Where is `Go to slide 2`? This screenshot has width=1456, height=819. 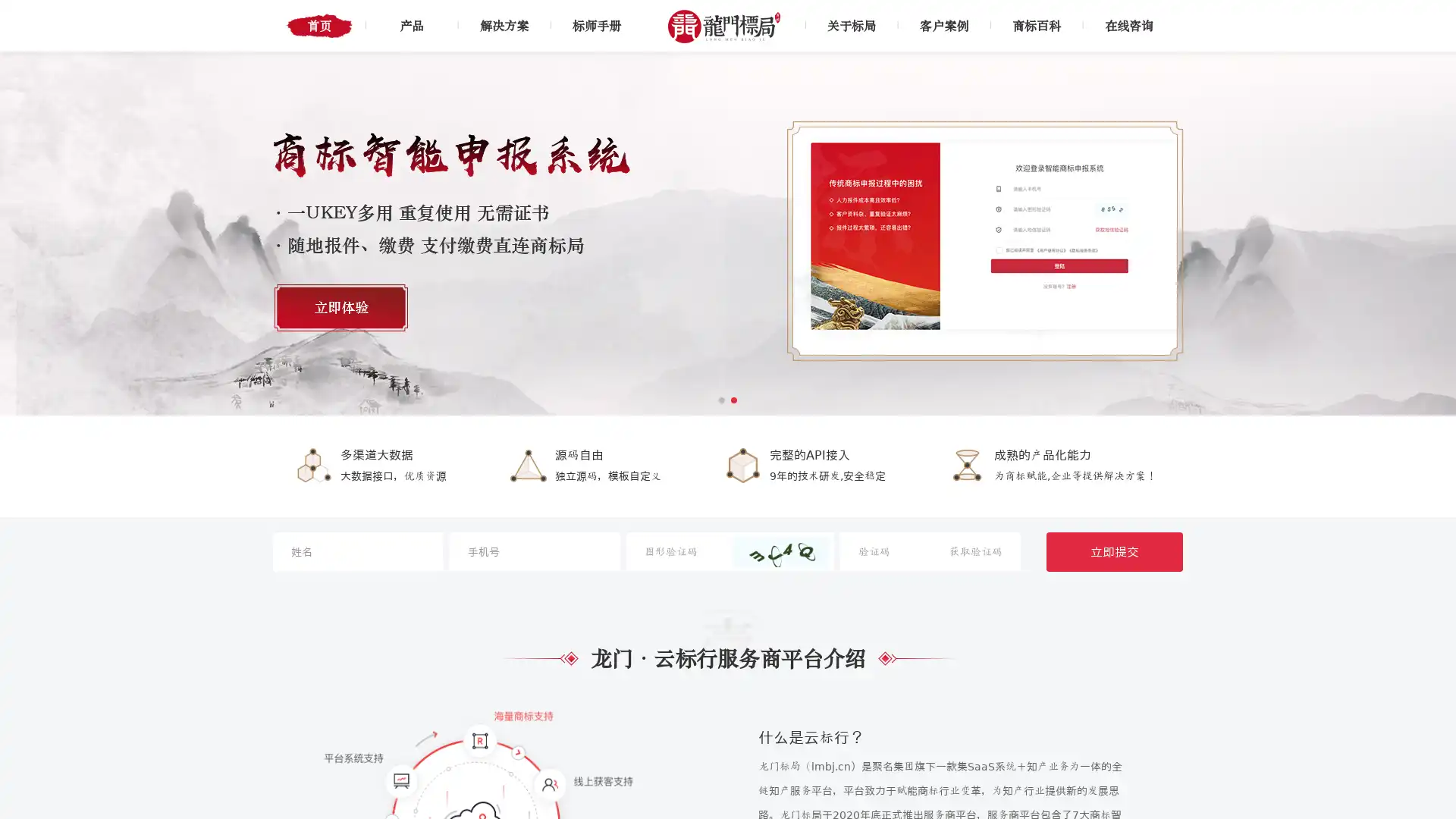
Go to slide 2 is located at coordinates (734, 400).